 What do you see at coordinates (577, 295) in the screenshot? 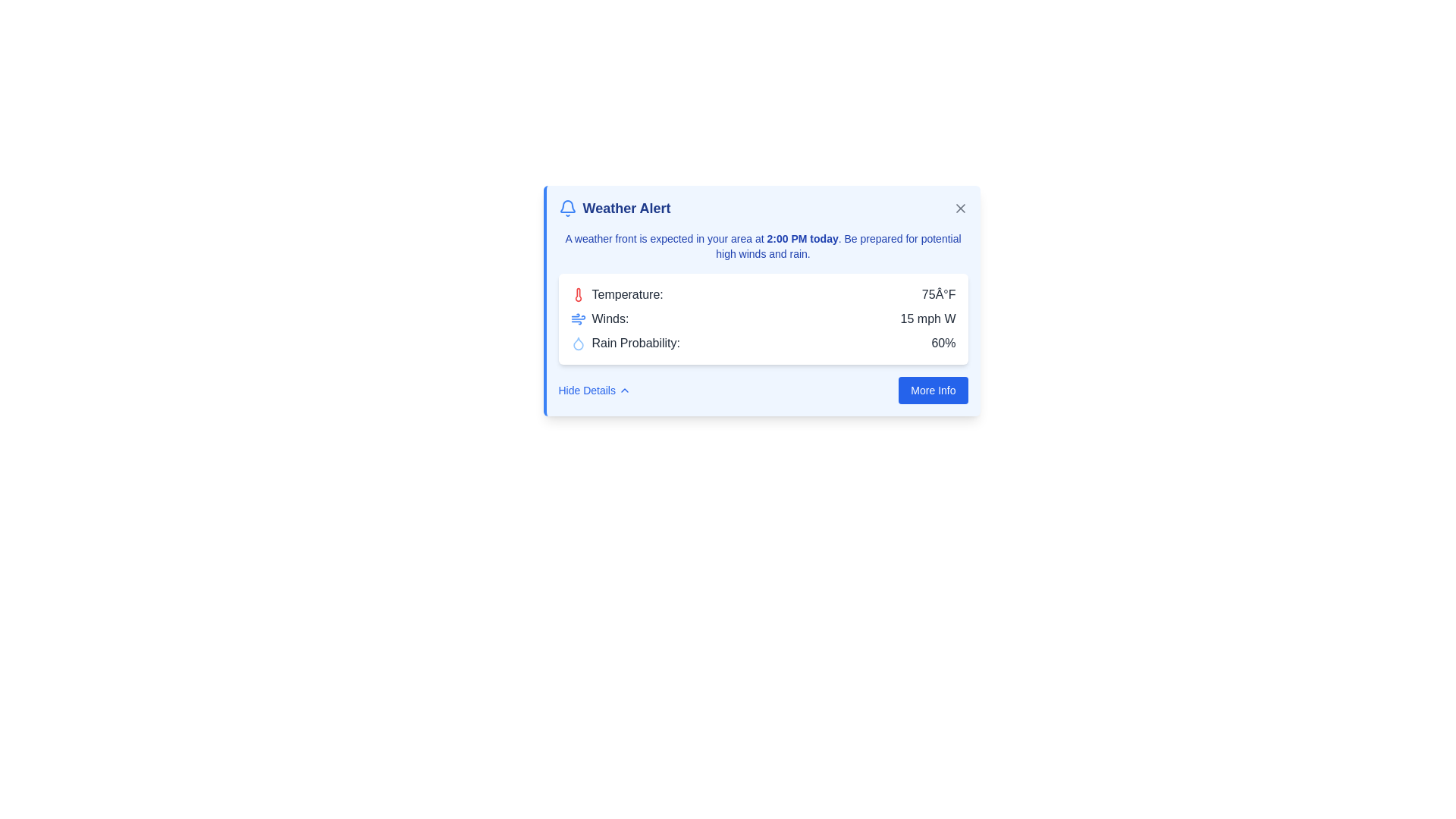
I see `the red thermometer icon located in the 'Temperature' section of the weather alert card, which is positioned before the text 'Temperature: 75°F'` at bounding box center [577, 295].